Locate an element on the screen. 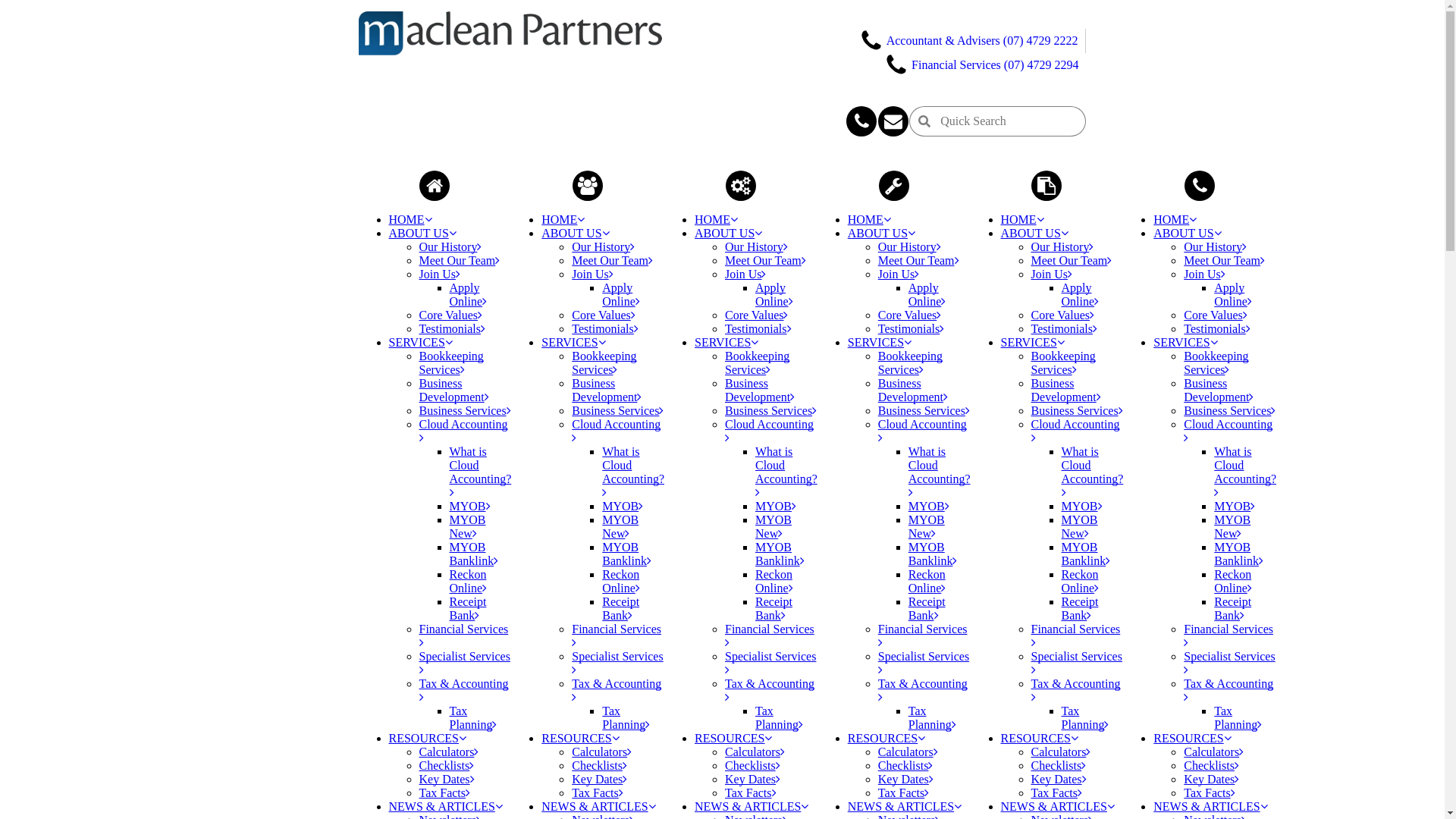 The width and height of the screenshot is (1456, 819). 'Join Us' is located at coordinates (899, 274).